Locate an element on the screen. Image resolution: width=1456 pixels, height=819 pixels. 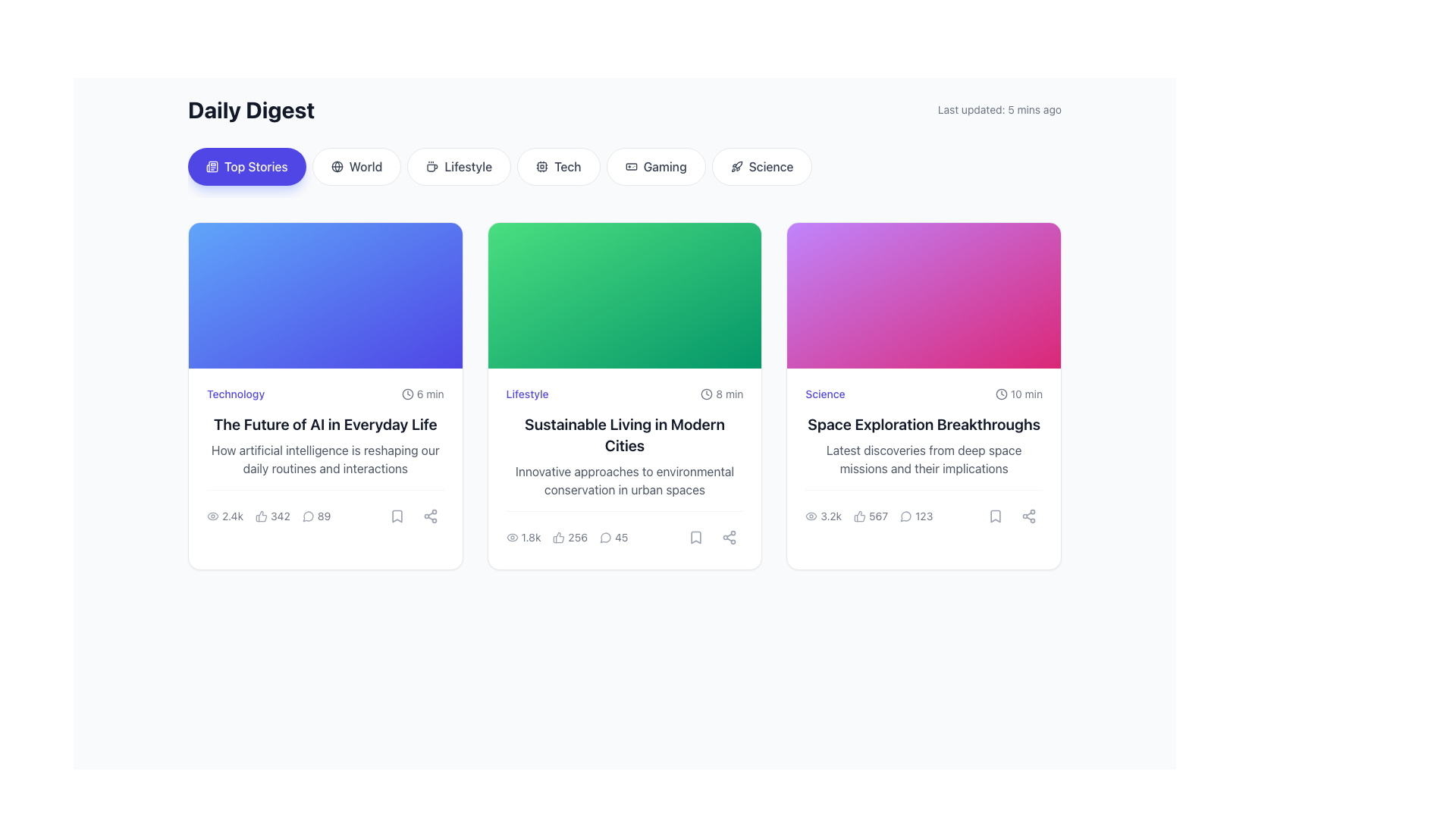
the composite visual-label indicator displaying the views (2.4k) for 'The Future of AI in Everyday Life' article, located at the bottom left of the first card is located at coordinates (224, 516).